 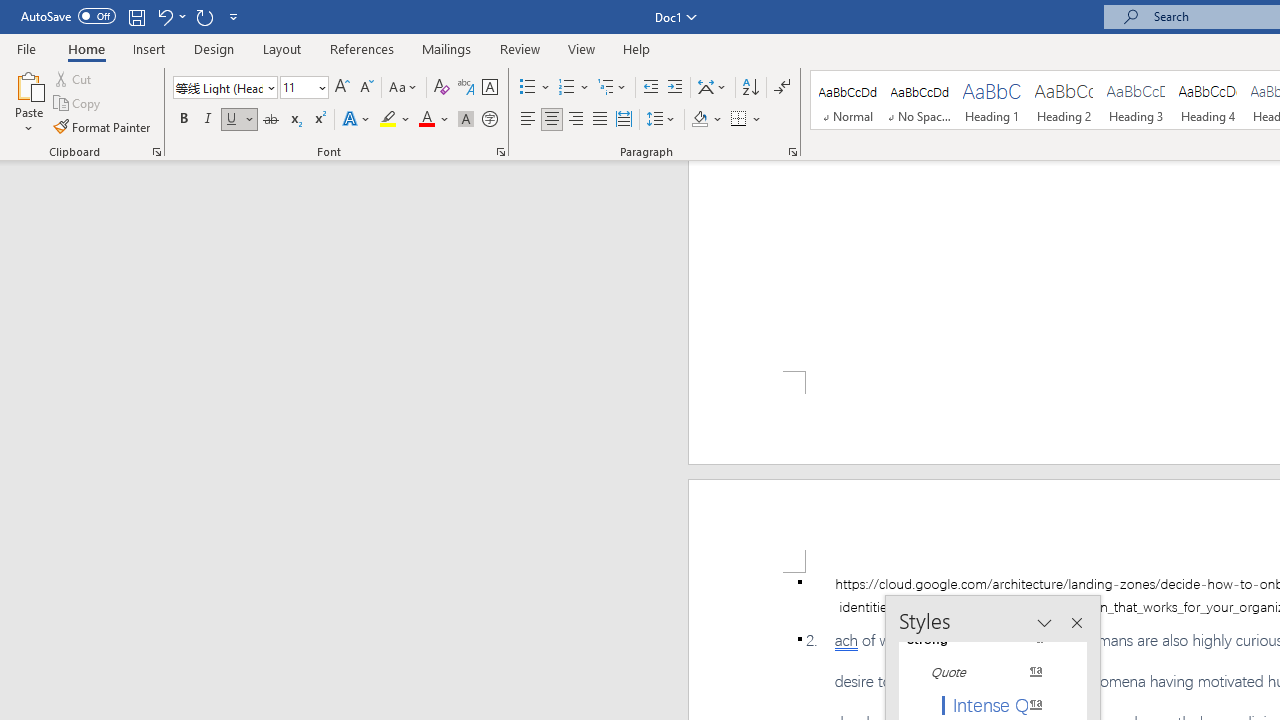 What do you see at coordinates (575, 119) in the screenshot?
I see `'Align Right'` at bounding box center [575, 119].